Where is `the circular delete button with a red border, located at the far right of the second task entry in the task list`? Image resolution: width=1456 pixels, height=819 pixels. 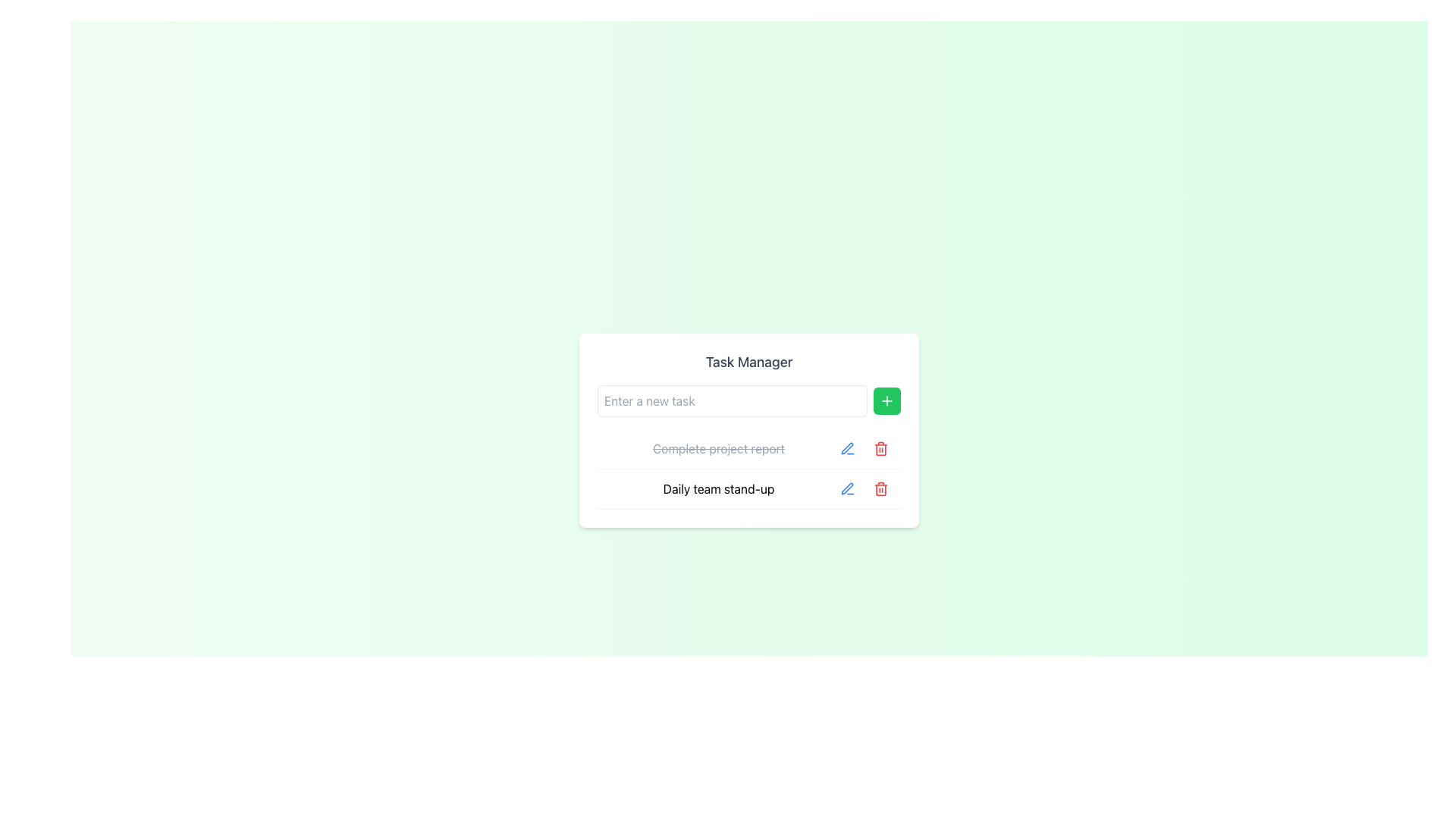
the circular delete button with a red border, located at the far right of the second task entry in the task list is located at coordinates (880, 488).